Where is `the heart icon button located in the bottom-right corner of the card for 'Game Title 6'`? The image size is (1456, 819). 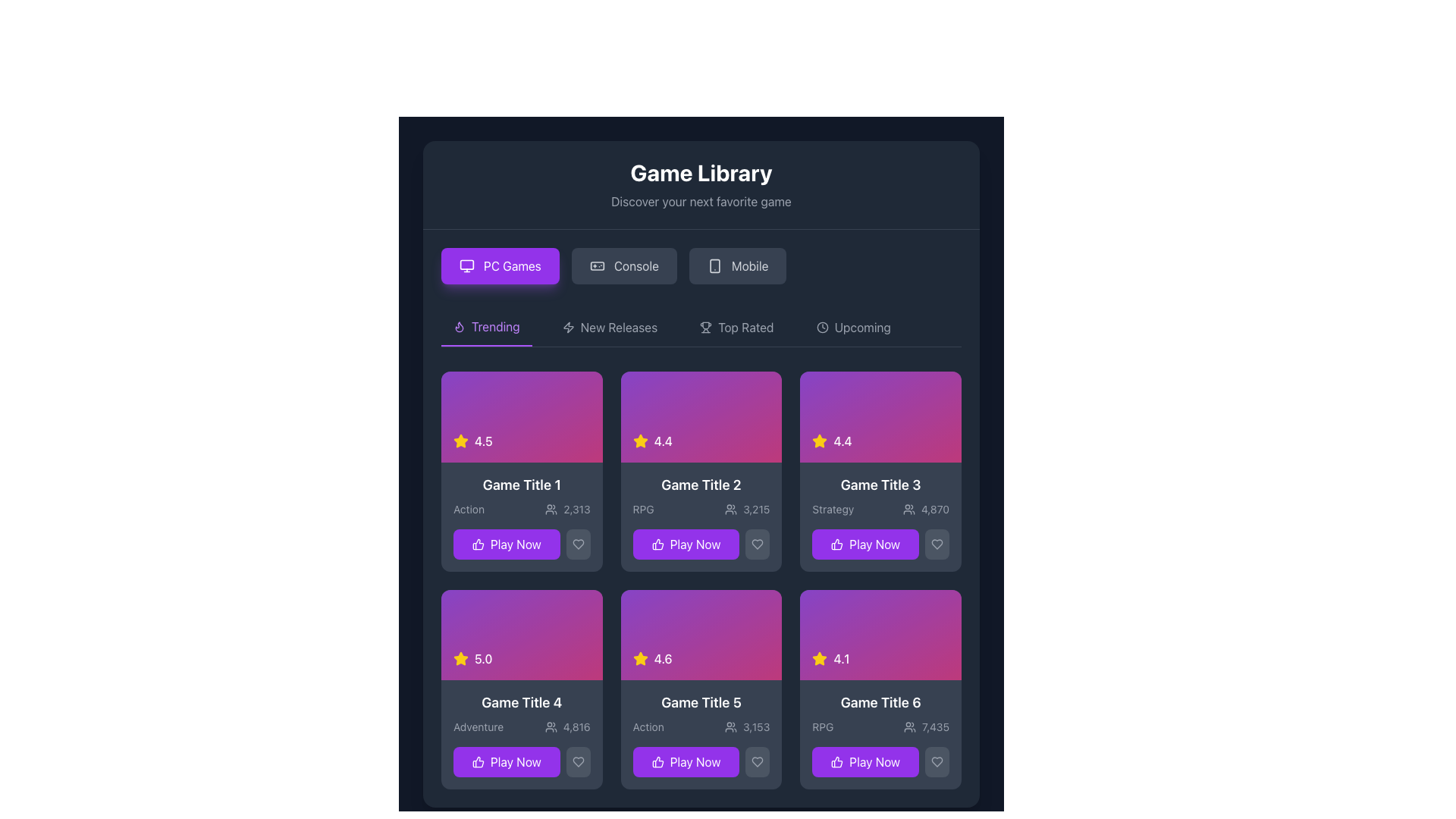
the heart icon button located in the bottom-right corner of the card for 'Game Title 6' is located at coordinates (937, 762).